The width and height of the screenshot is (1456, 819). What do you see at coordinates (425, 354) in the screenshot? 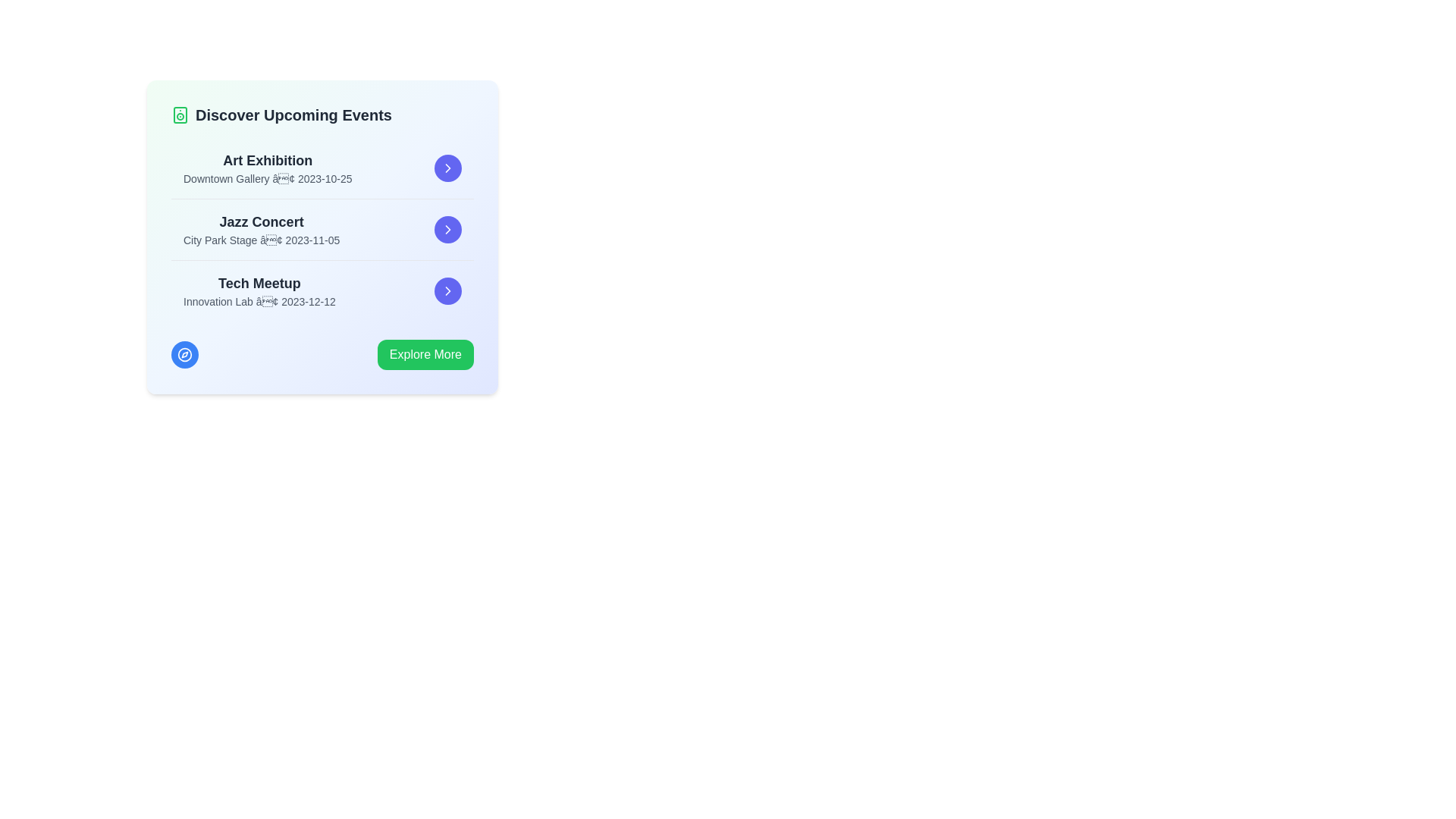
I see `the 'Explore More' button located at the bottom-right corner of the component` at bounding box center [425, 354].